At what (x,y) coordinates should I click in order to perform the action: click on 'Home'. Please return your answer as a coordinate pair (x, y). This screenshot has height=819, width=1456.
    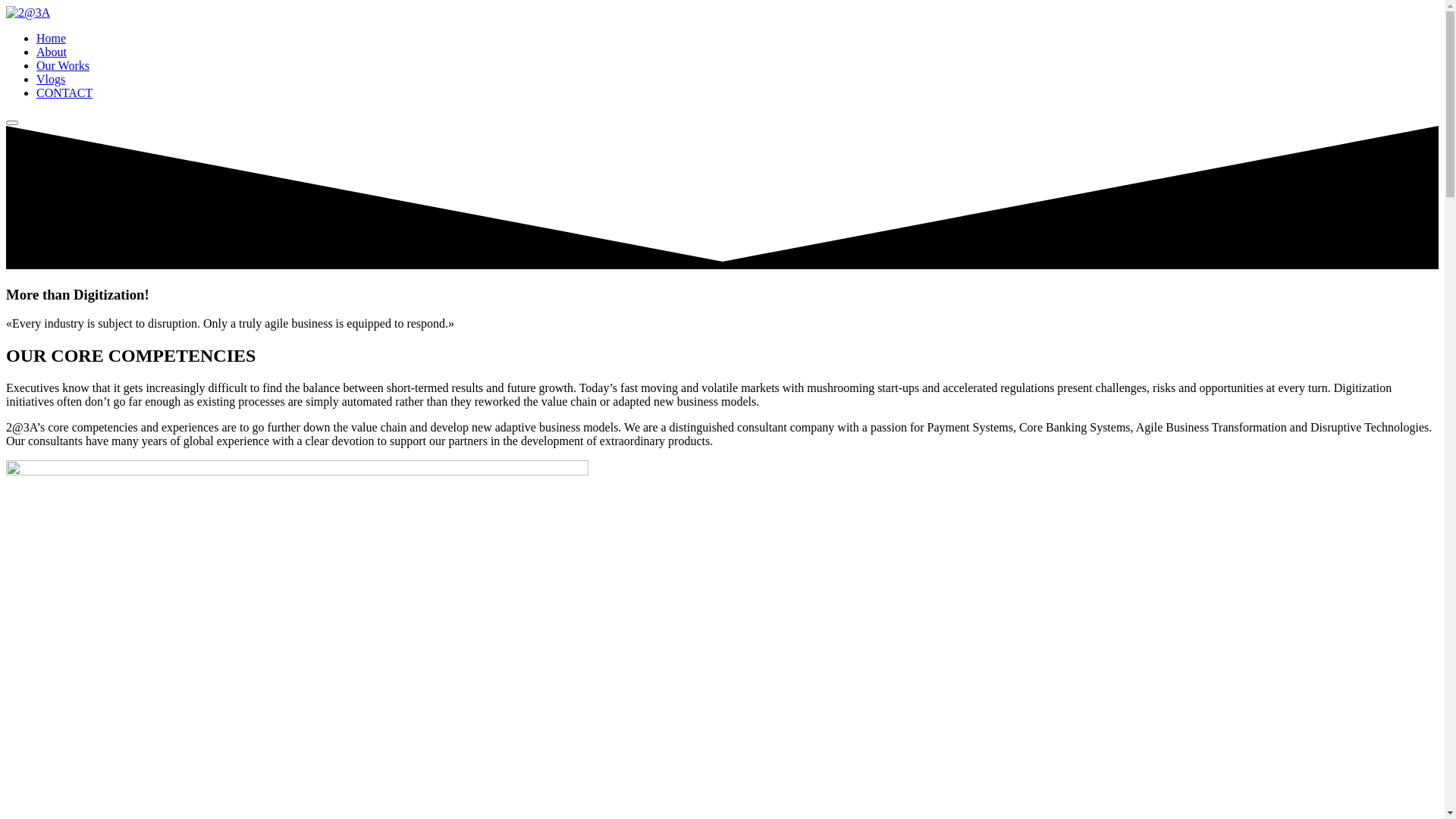
    Looking at the image, I should click on (51, 37).